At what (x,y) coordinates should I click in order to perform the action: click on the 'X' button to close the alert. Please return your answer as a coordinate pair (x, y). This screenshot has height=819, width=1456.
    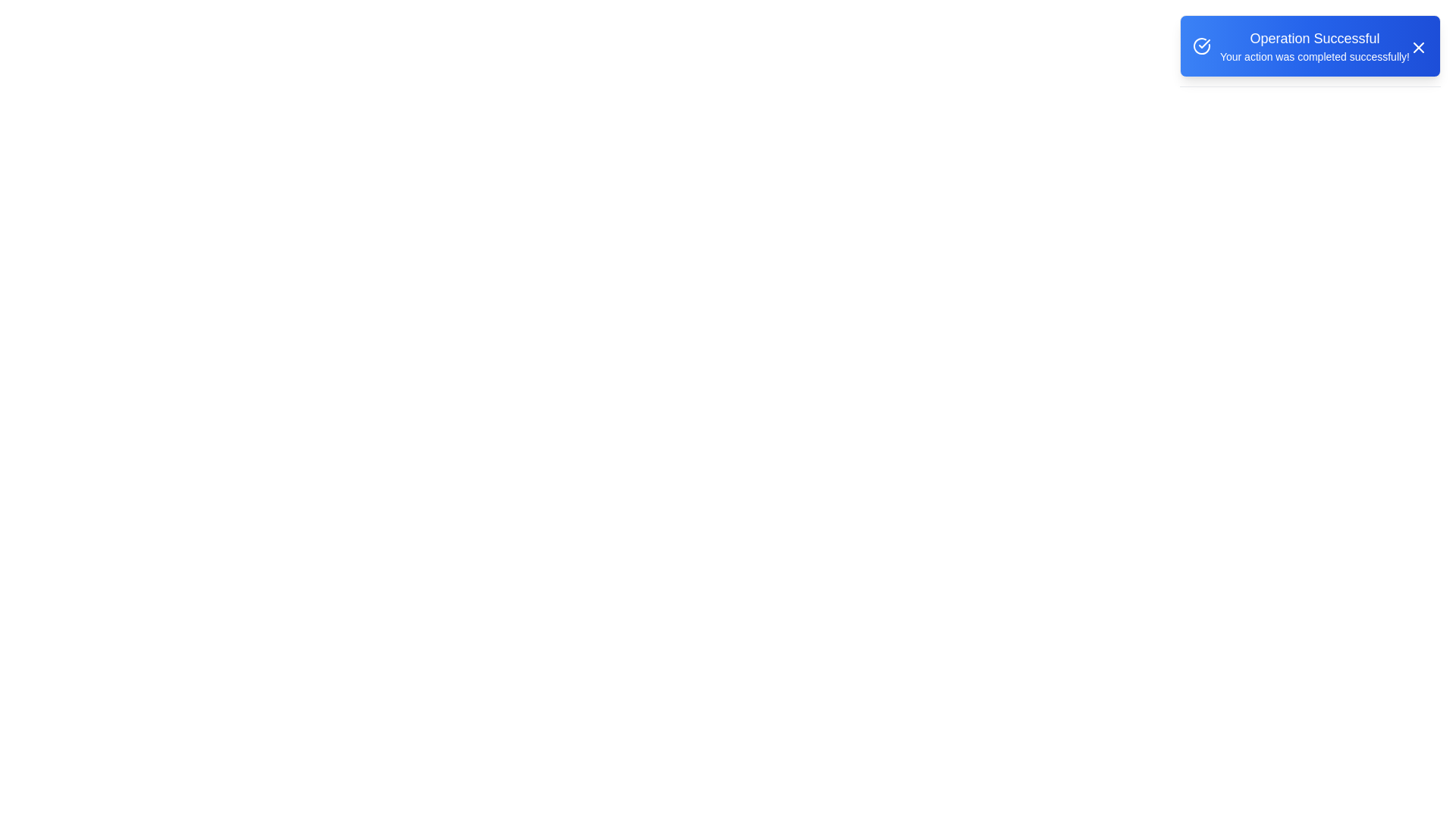
    Looking at the image, I should click on (1418, 46).